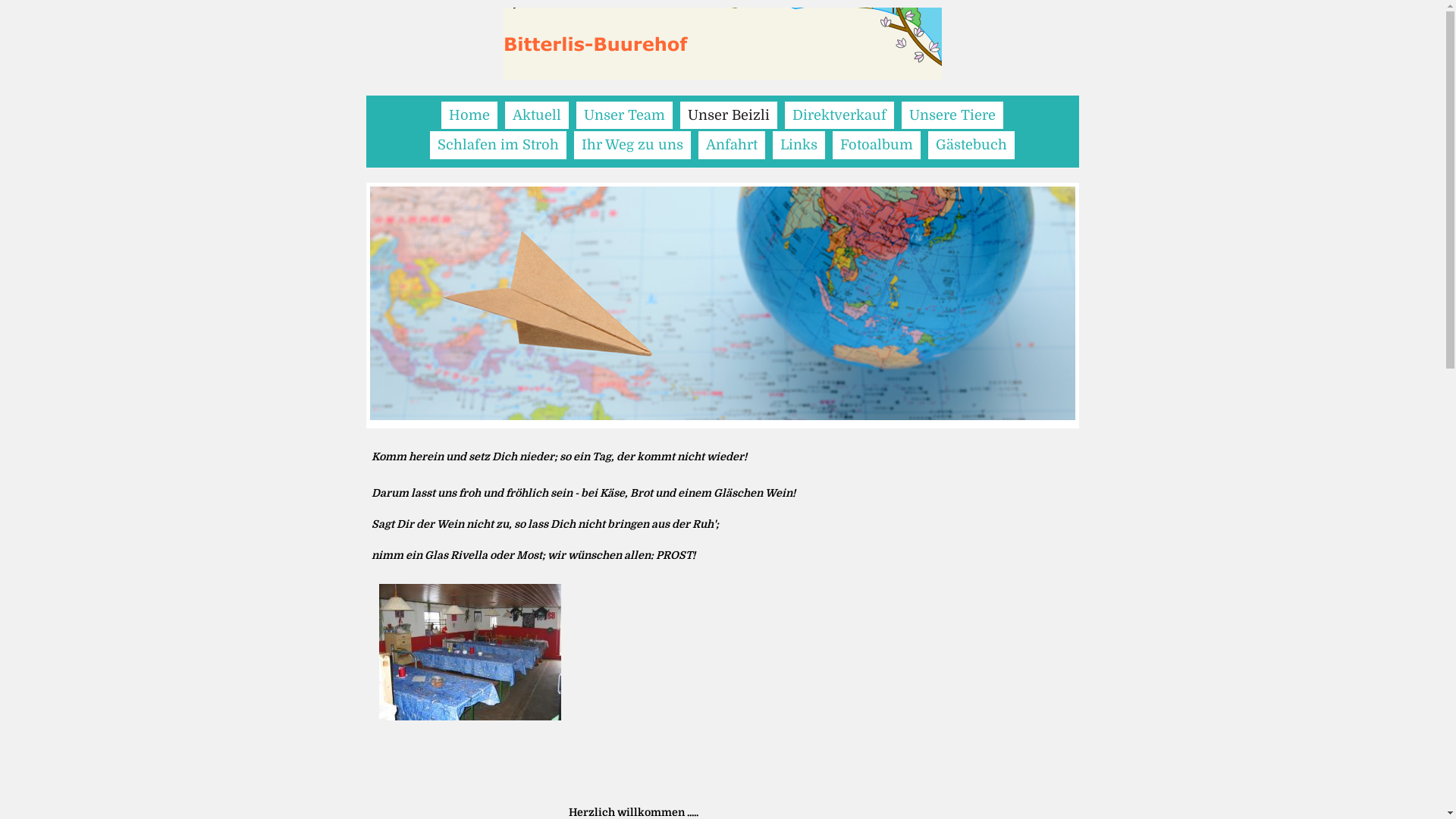 The image size is (1456, 819). Describe the element at coordinates (679, 114) in the screenshot. I see `'Unser Beizli'` at that location.